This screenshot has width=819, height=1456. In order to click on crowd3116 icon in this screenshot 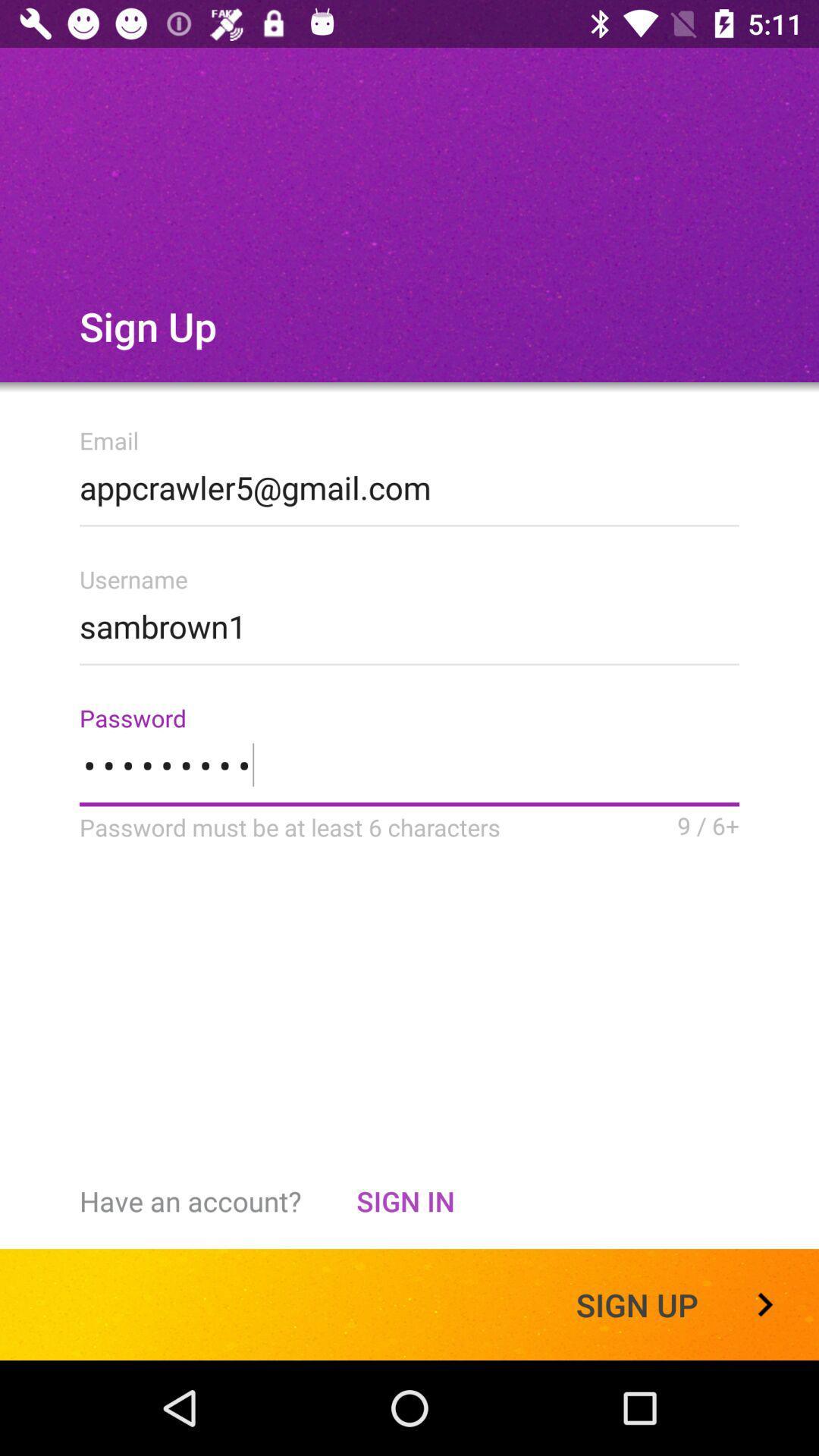, I will do `click(409, 774)`.